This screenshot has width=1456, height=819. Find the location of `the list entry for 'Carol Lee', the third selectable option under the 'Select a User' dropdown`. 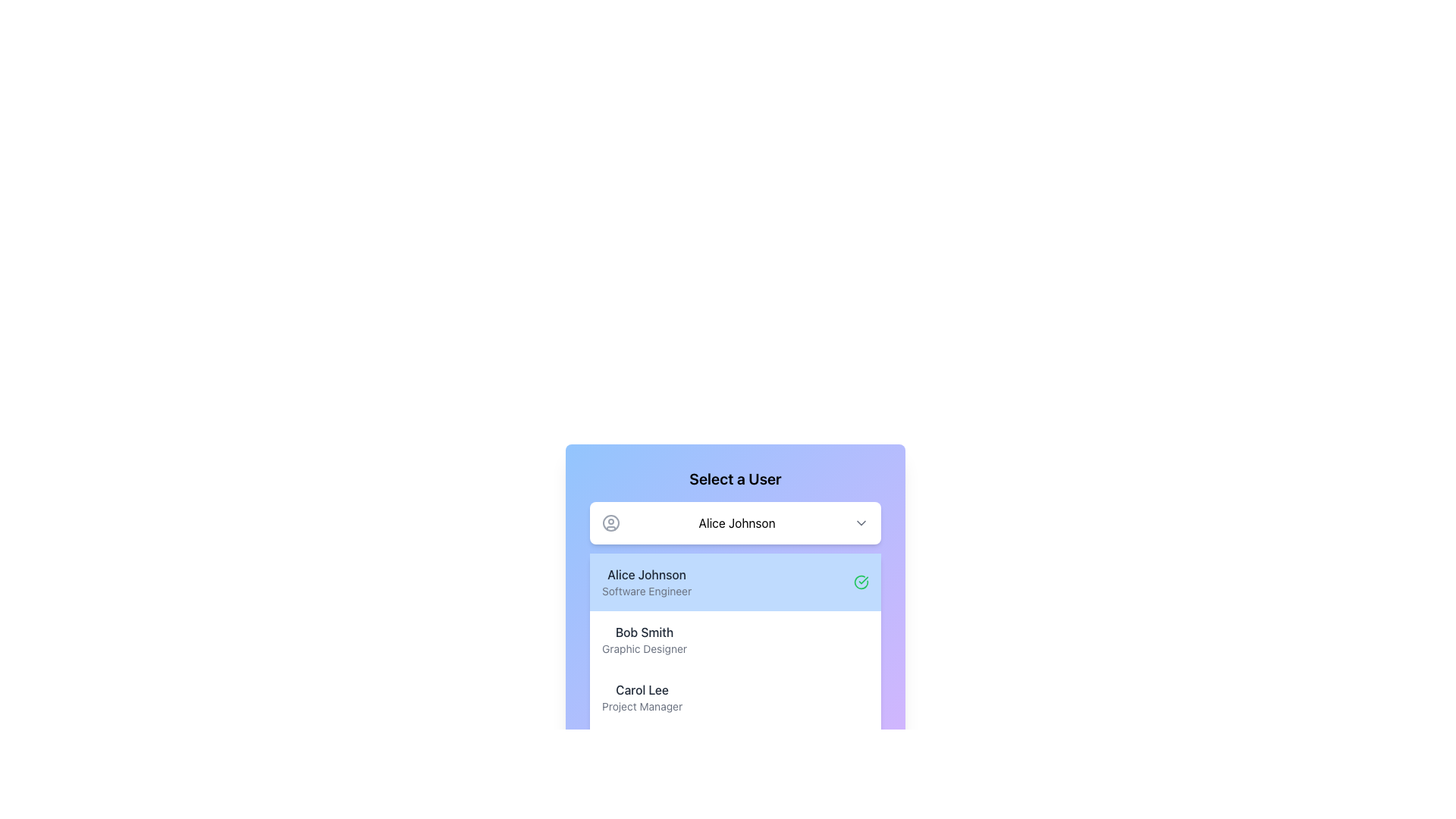

the list entry for 'Carol Lee', the third selectable option under the 'Select a User' dropdown is located at coordinates (735, 698).